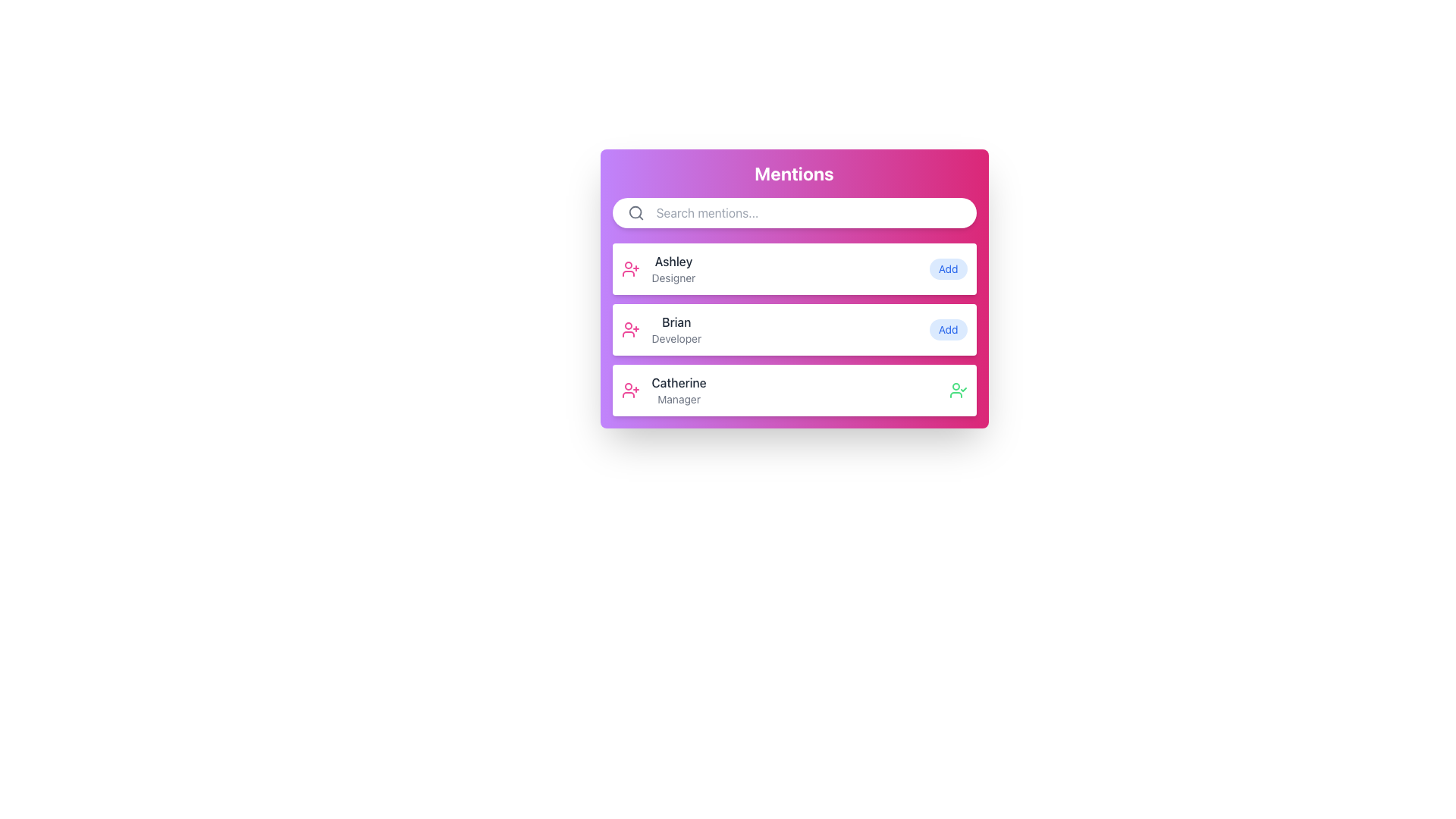  I want to click on the text label displaying 'Ashley' in bold, dark gray font, so click(673, 268).